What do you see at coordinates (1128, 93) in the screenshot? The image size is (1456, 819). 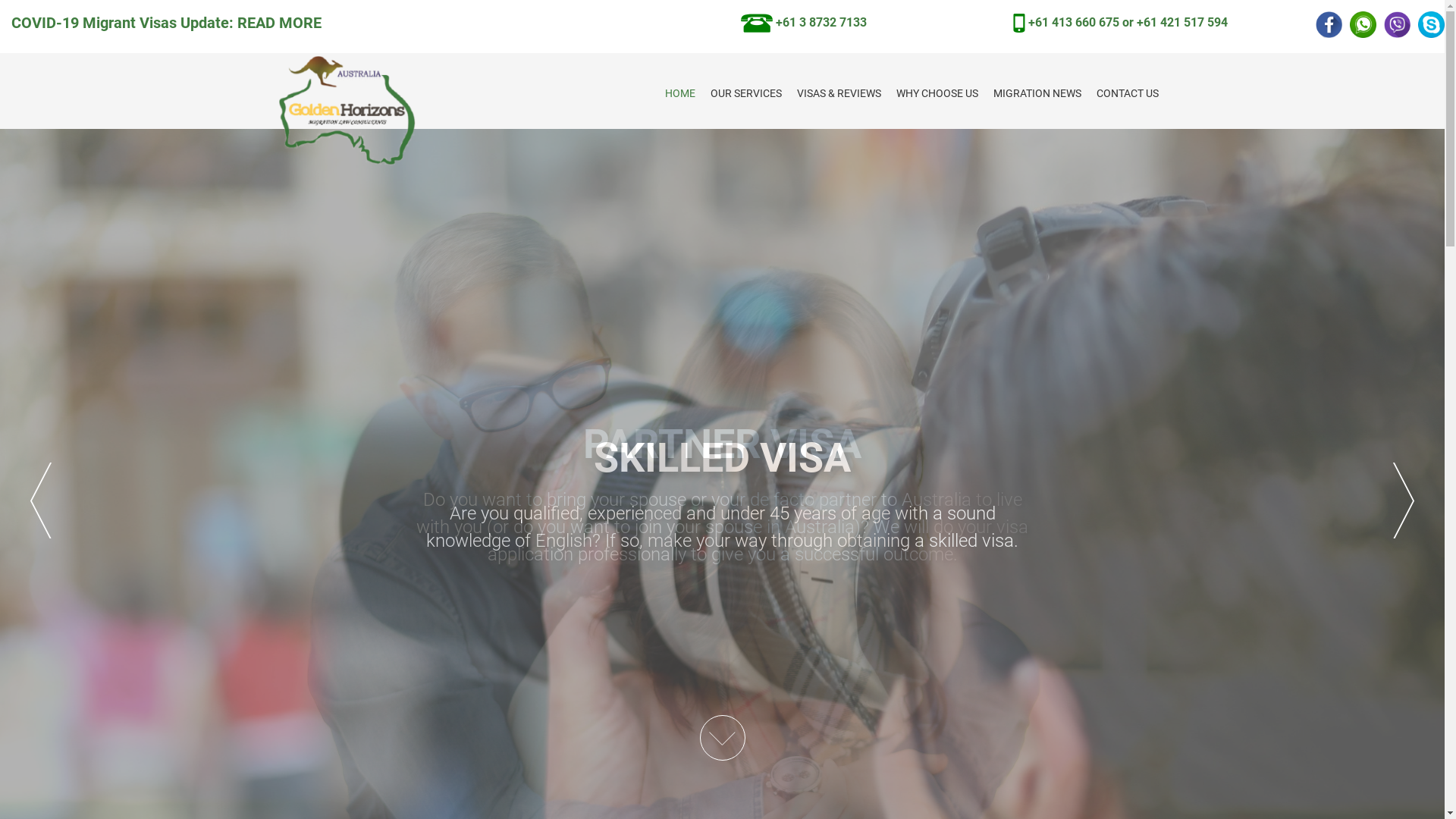 I see `'CONTACT US'` at bounding box center [1128, 93].